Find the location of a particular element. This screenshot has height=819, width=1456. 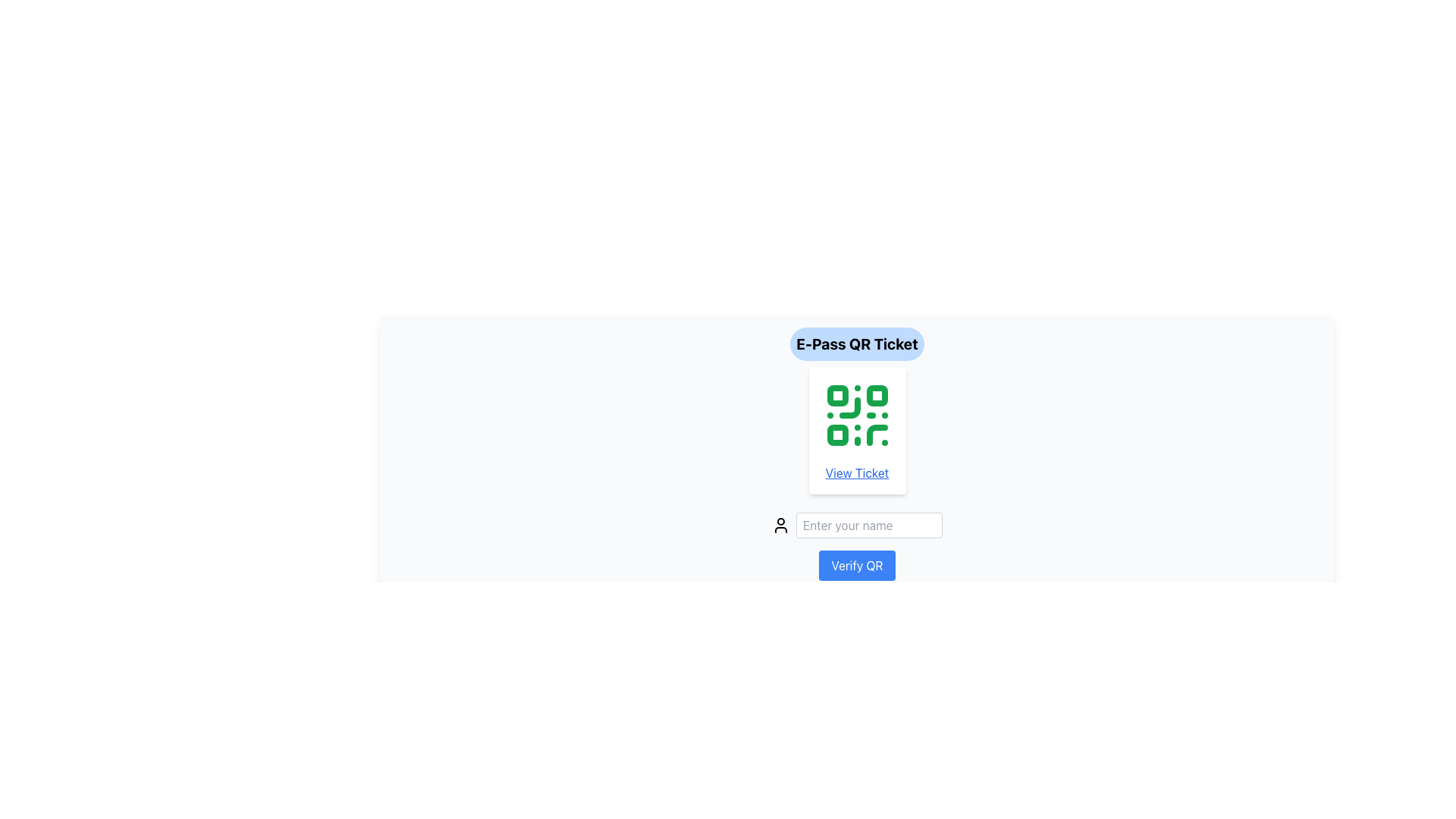

the green square located in the bottom-left area of the QR code SVG graphic is located at coordinates (836, 435).